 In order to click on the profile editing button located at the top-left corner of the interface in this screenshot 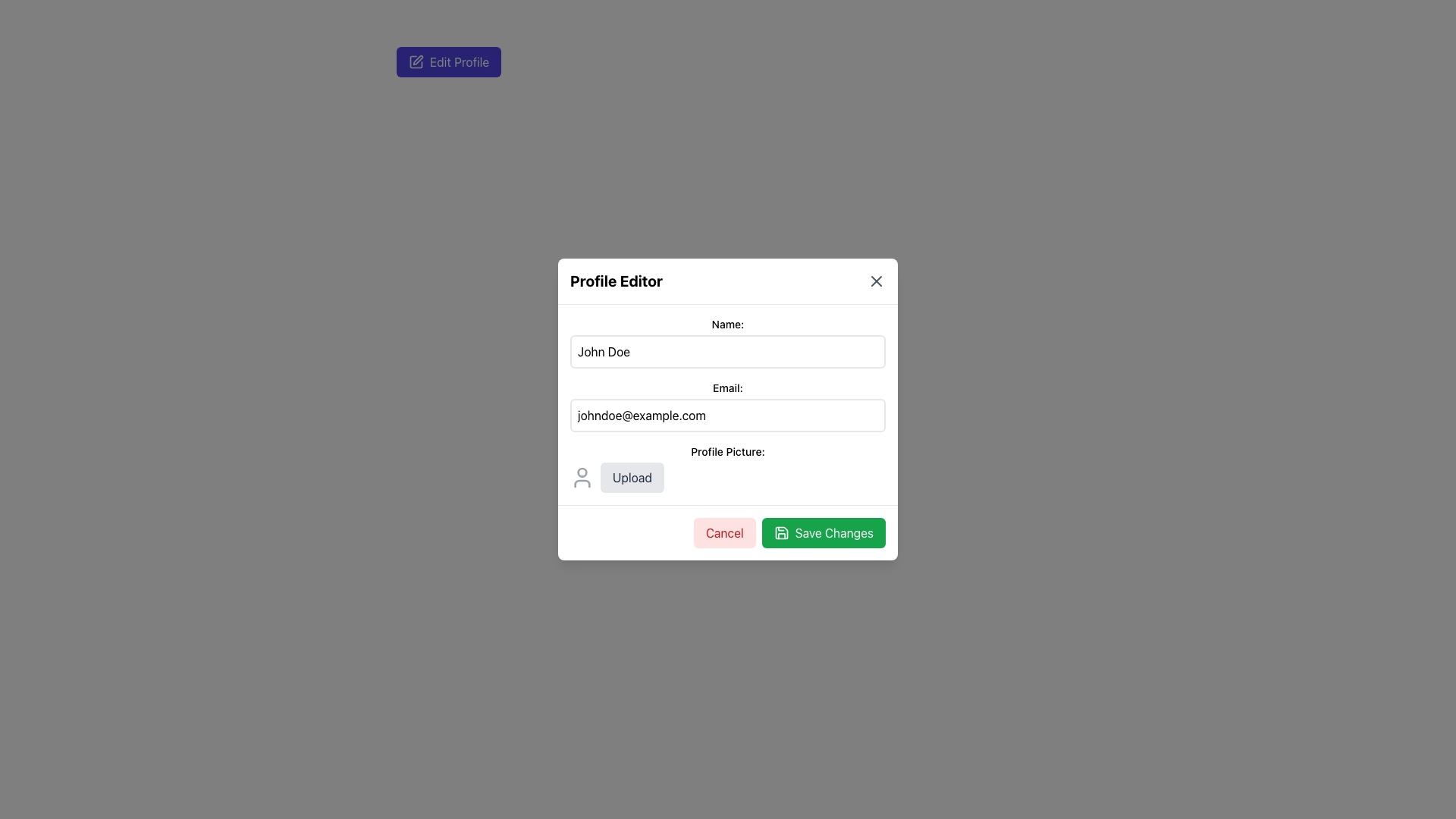, I will do `click(447, 61)`.